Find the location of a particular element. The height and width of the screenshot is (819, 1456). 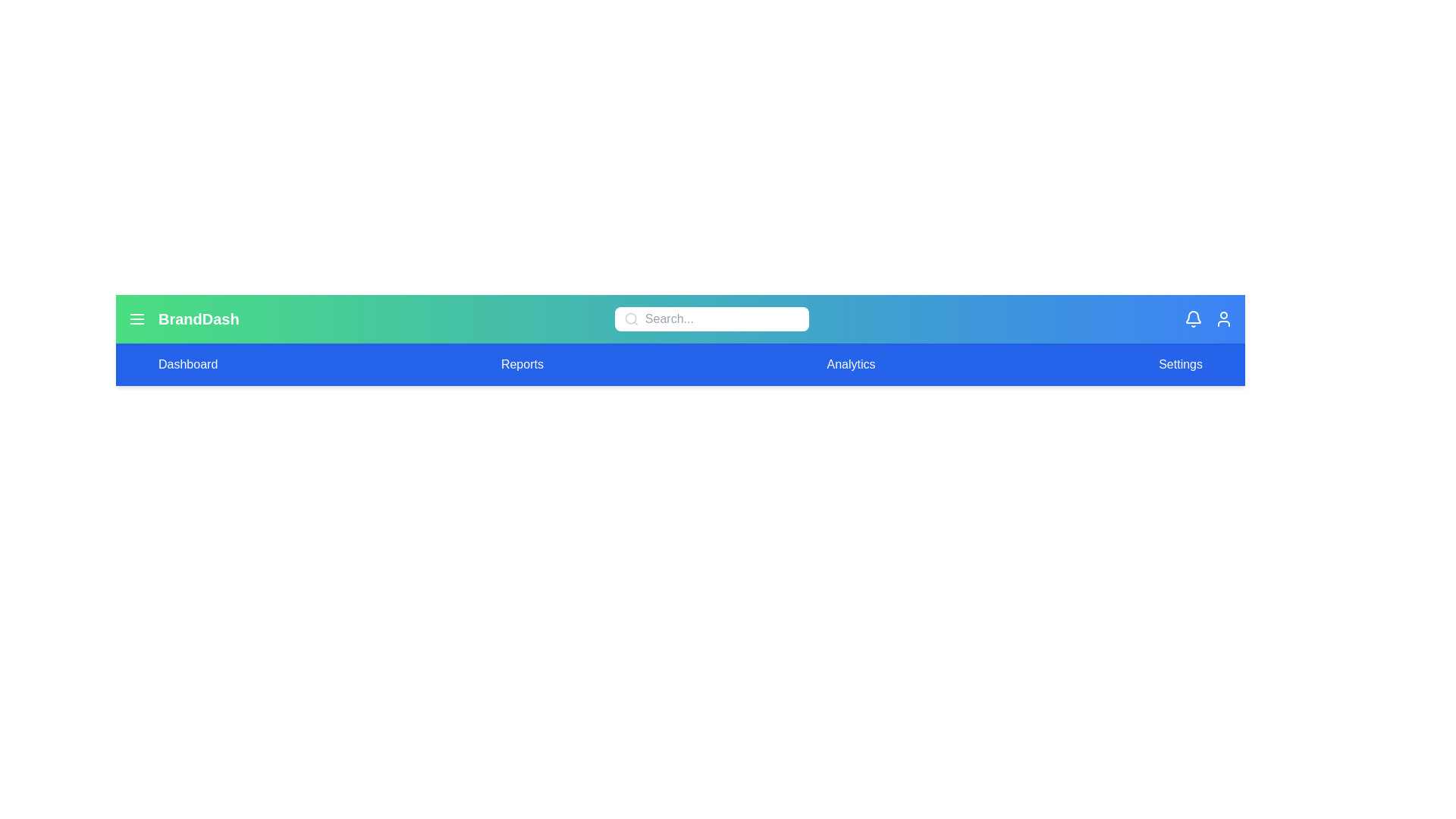

the 'Settings' tab in the navigation bar is located at coordinates (1179, 365).